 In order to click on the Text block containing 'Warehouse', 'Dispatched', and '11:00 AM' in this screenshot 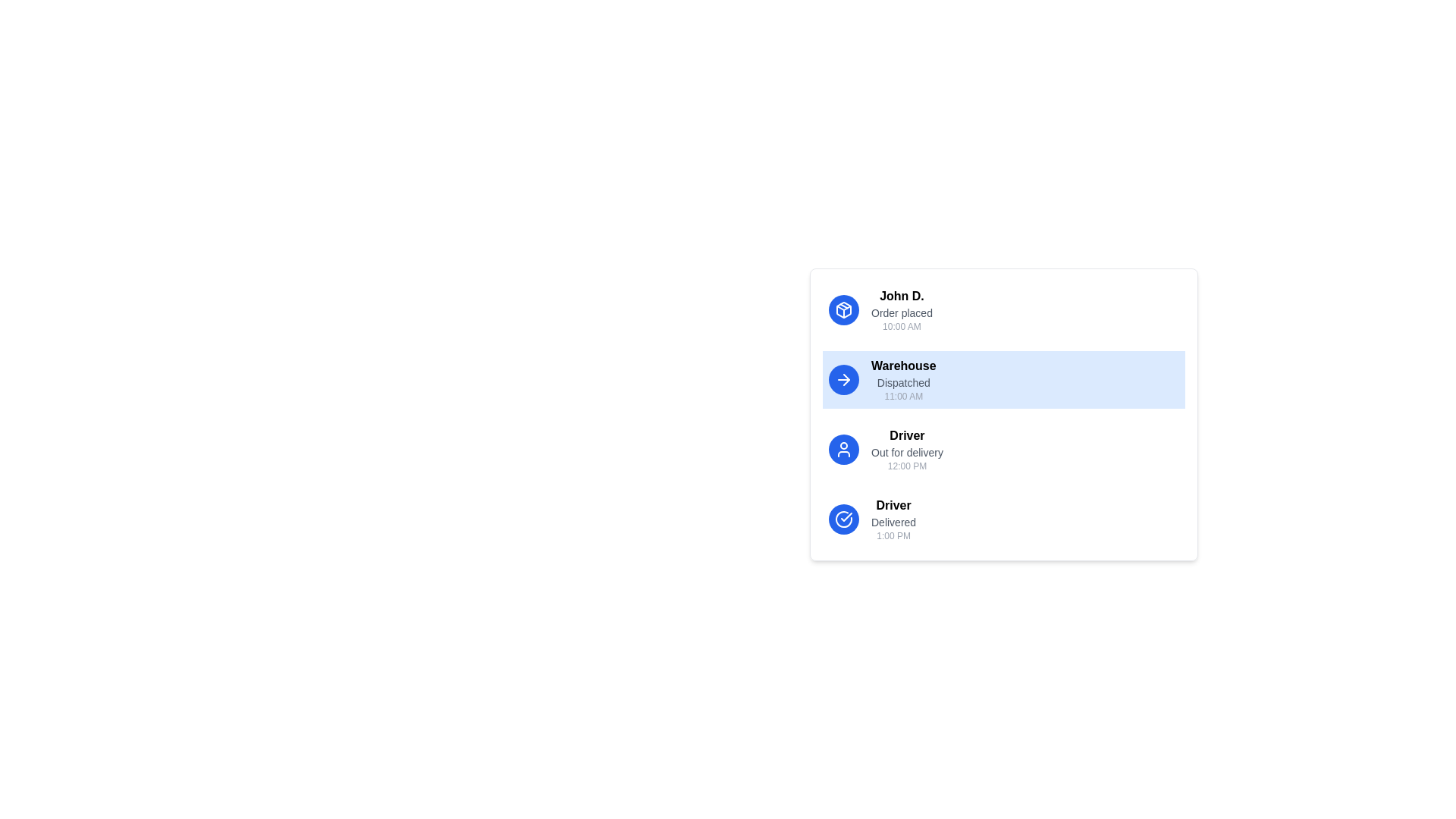, I will do `click(903, 379)`.